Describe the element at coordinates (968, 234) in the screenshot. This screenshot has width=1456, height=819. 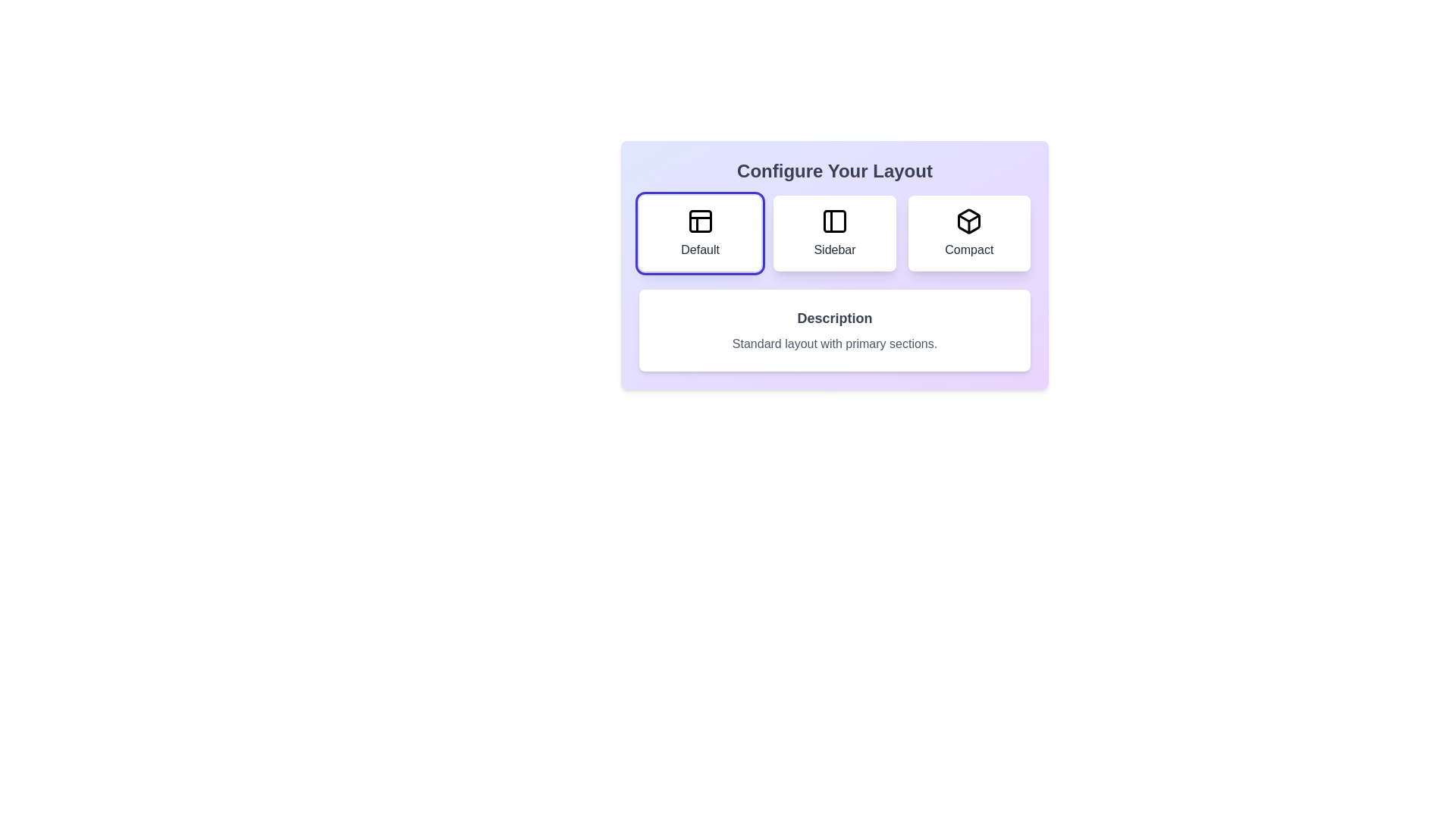
I see `the layout option Compact for visual inspection` at that location.